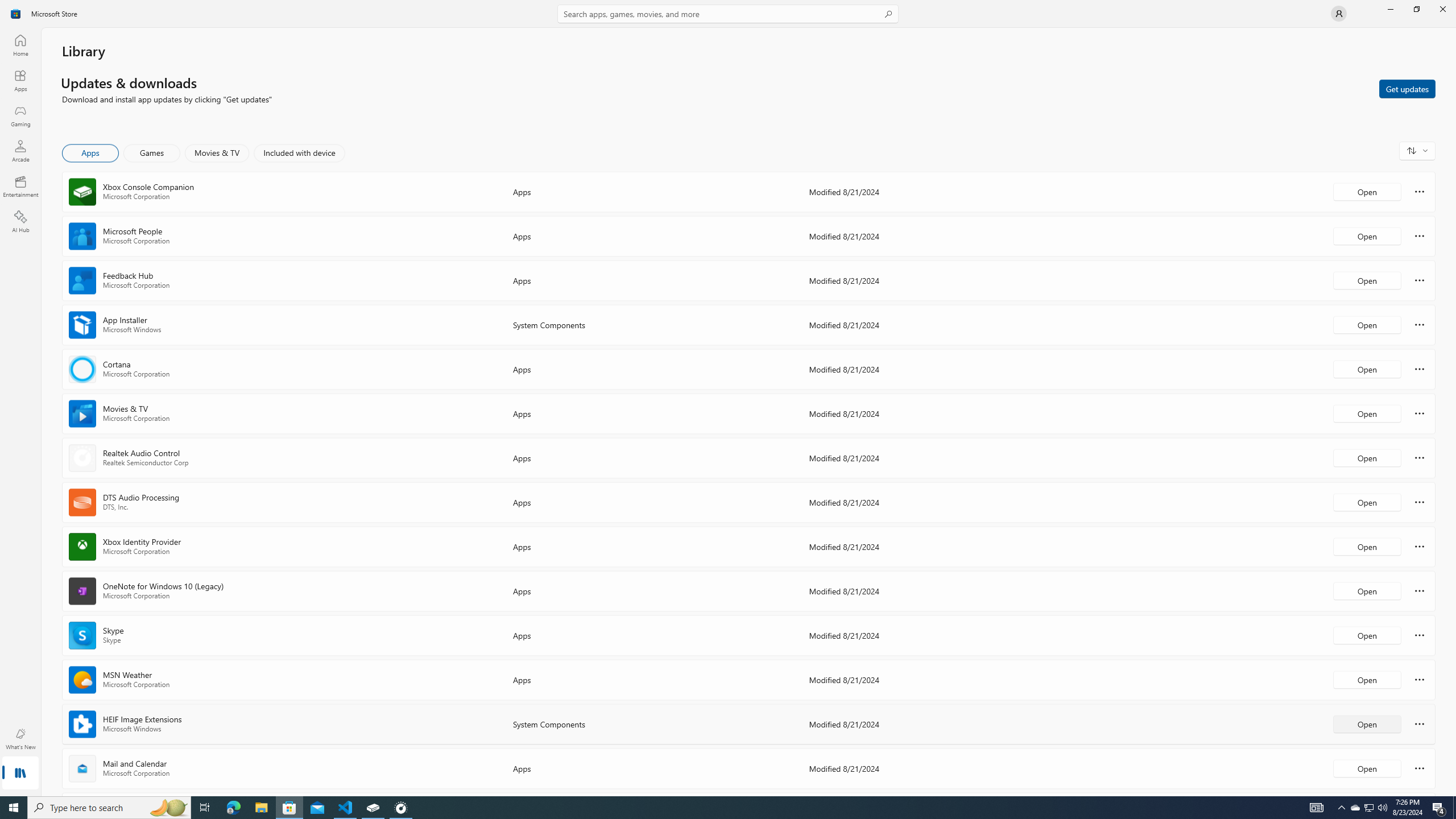 Image resolution: width=1456 pixels, height=819 pixels. I want to click on 'Minimize Microsoft Store', so click(1389, 9).